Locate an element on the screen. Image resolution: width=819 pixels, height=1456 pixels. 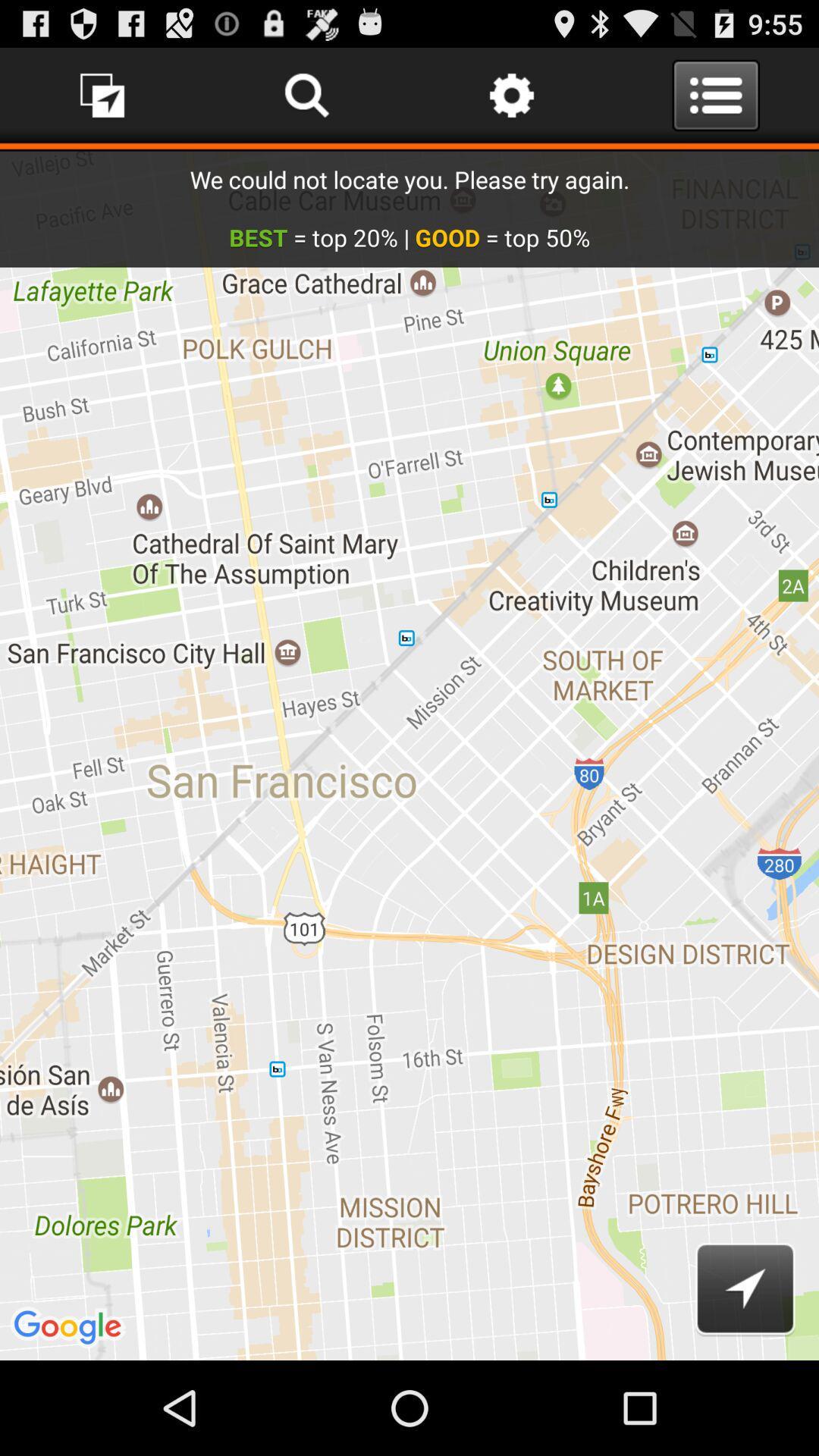
the list icon is located at coordinates (716, 101).